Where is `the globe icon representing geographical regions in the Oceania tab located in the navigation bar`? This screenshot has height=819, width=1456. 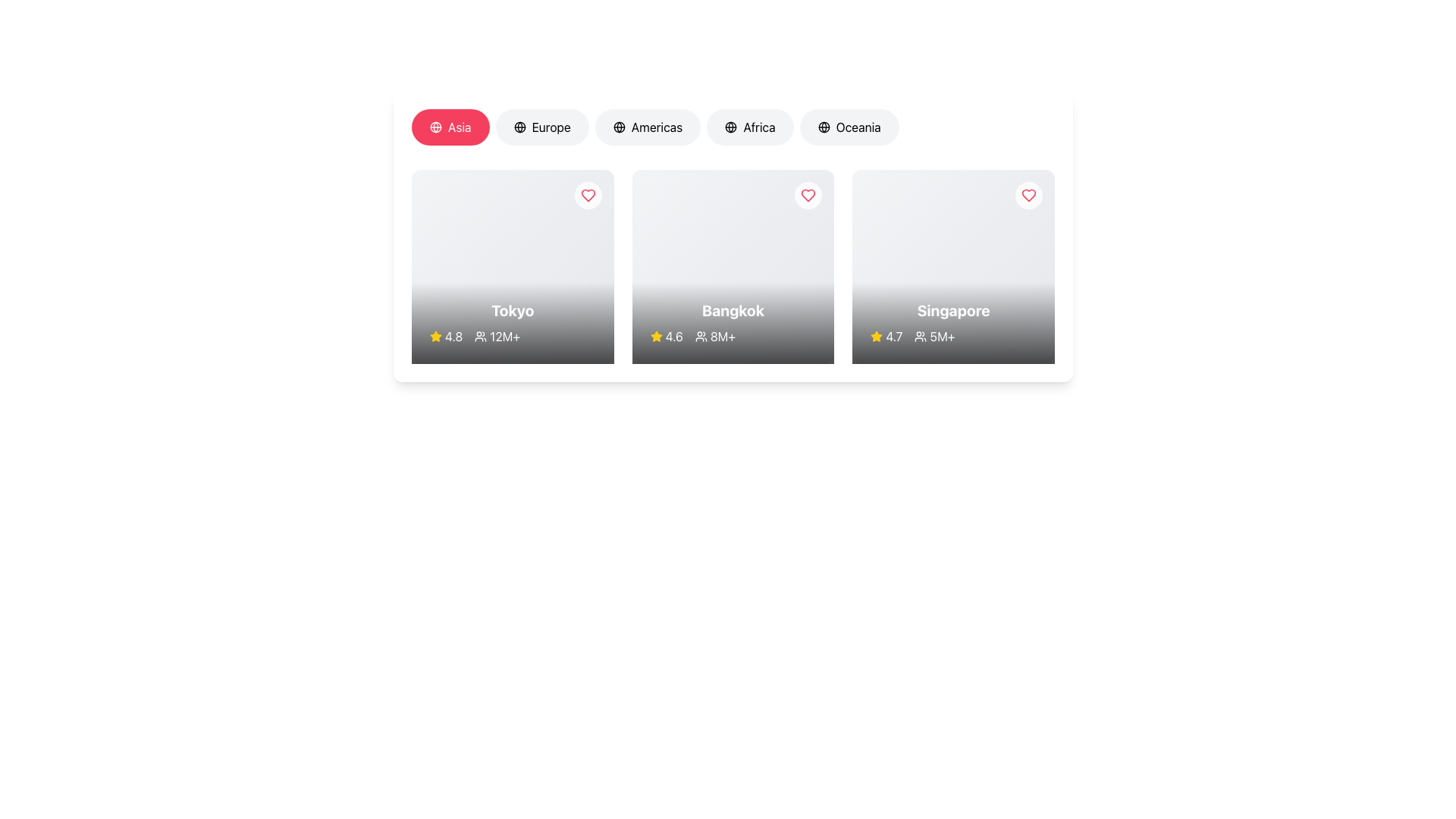
the globe icon representing geographical regions in the Oceania tab located in the navigation bar is located at coordinates (823, 127).